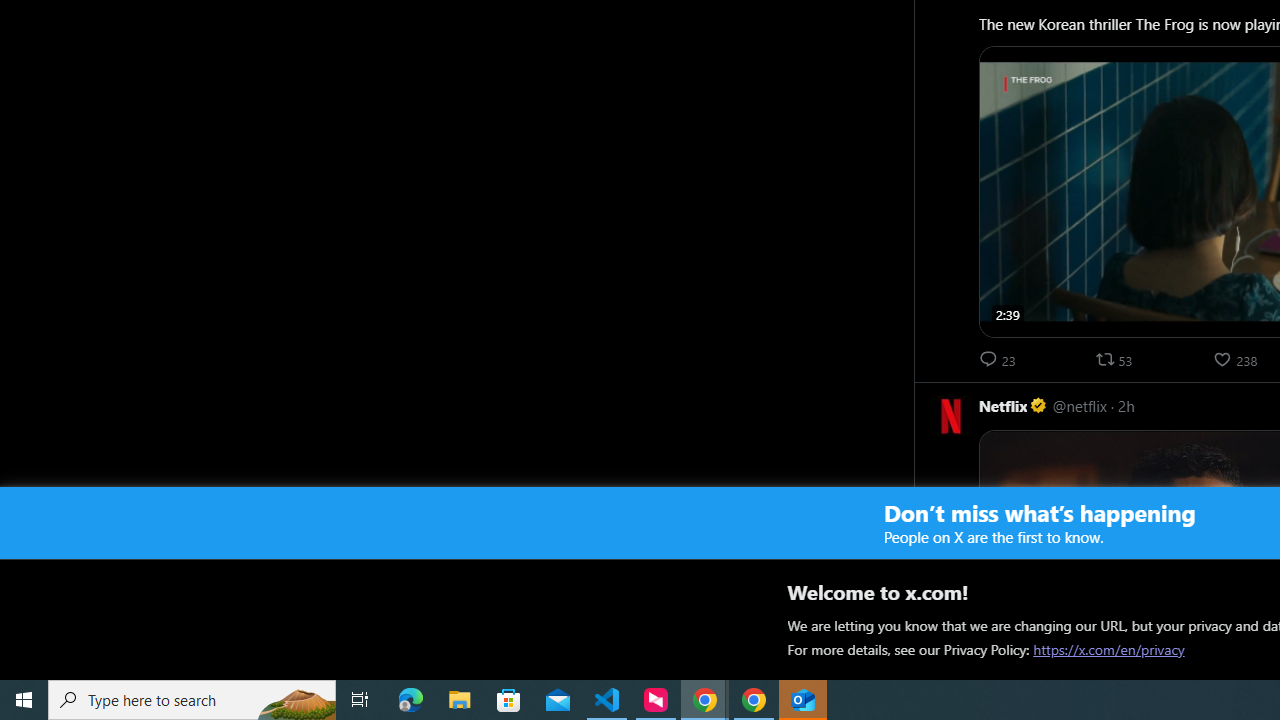 The height and width of the screenshot is (720, 1280). Describe the element at coordinates (1126, 405) in the screenshot. I see `'2 hours ago'` at that location.